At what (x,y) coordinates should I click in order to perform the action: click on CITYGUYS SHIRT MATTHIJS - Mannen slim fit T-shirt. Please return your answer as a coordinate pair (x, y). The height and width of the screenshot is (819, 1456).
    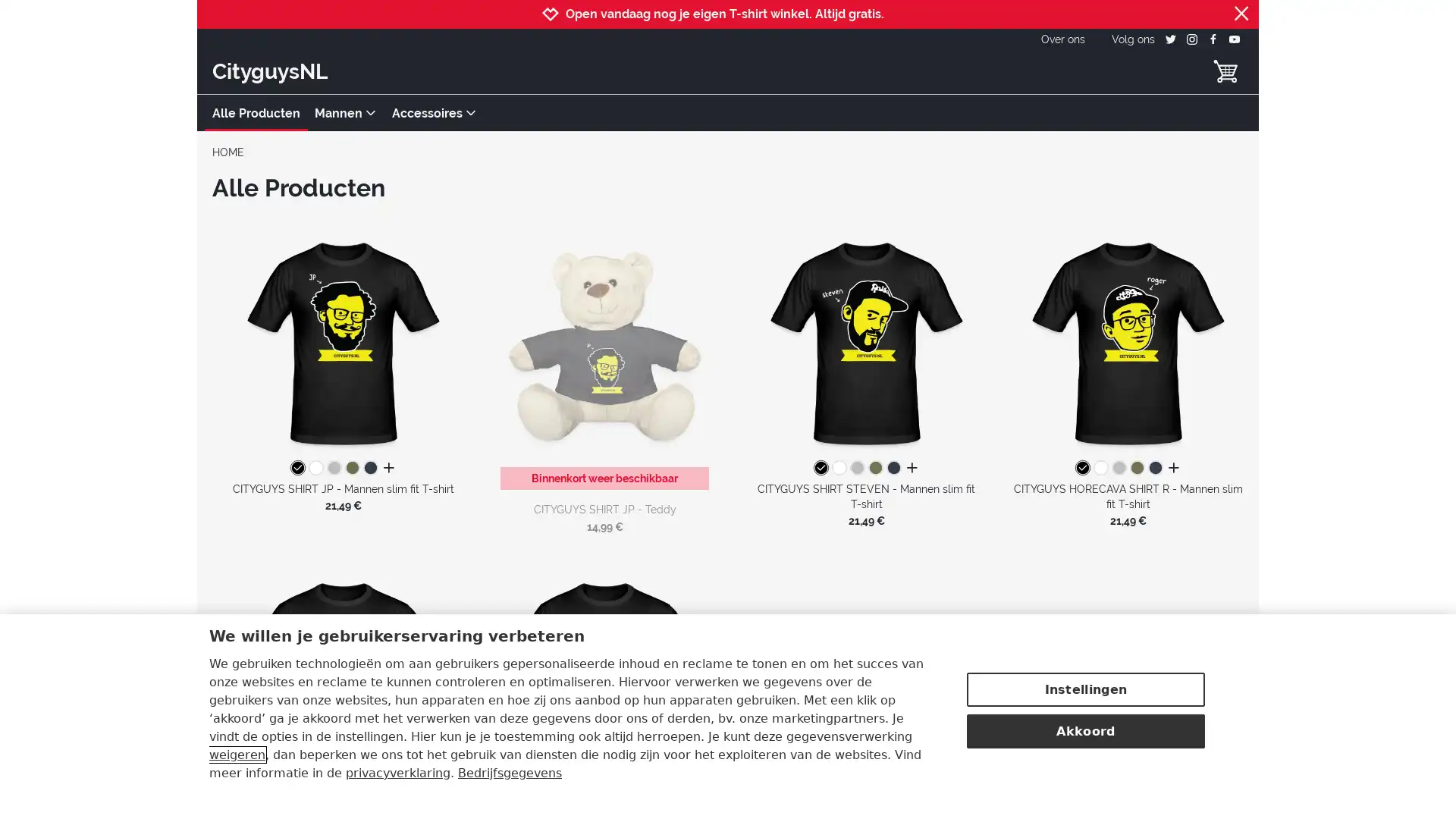
    Looking at the image, I should click on (604, 681).